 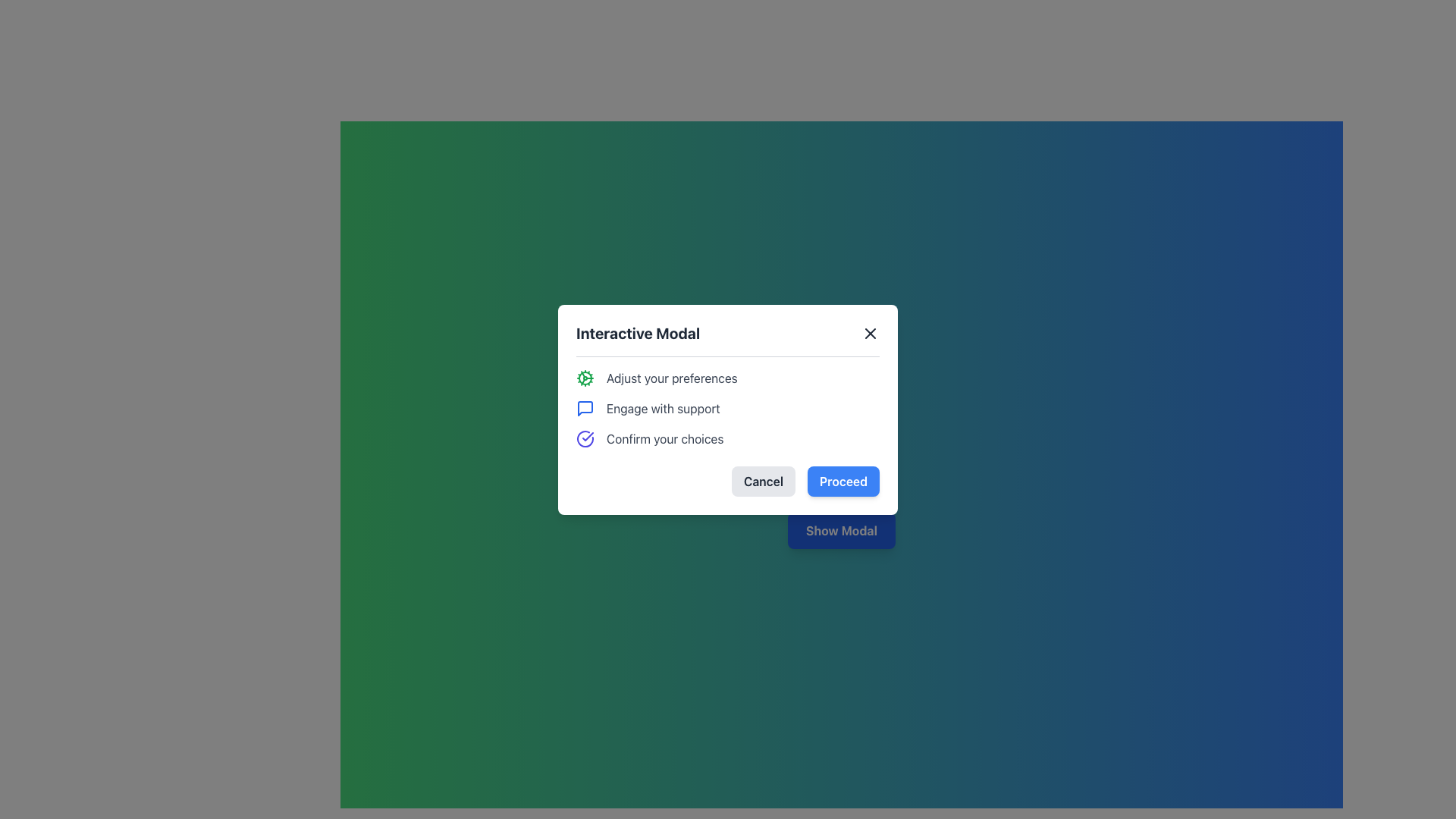 What do you see at coordinates (585, 438) in the screenshot?
I see `the circular icon with a checkmark inside, styled with an indigo-colored stroke, located beneath the 'Interactive Modal' header and to the left of the 'Confirm your choices' label` at bounding box center [585, 438].